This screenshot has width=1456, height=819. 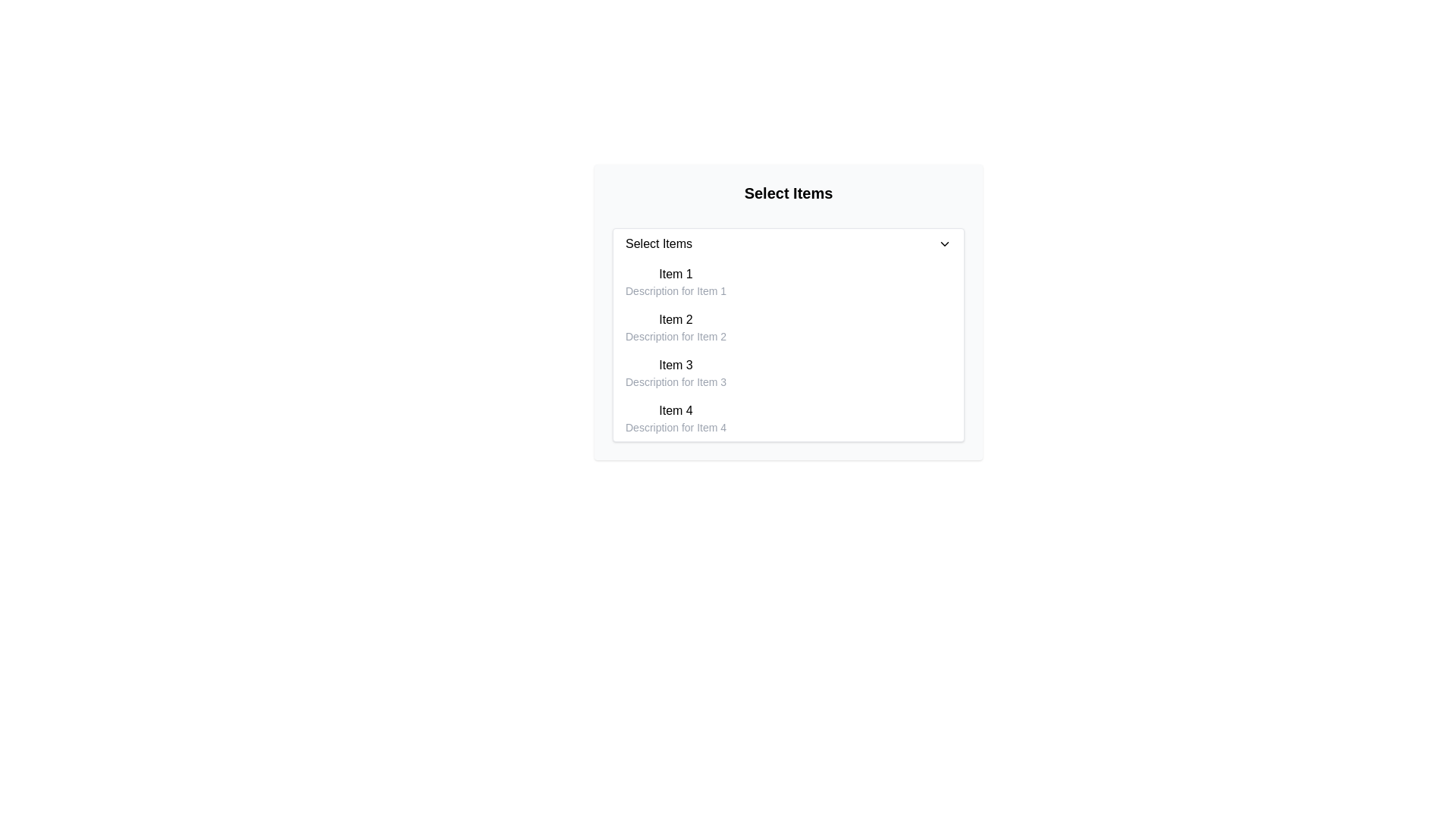 I want to click on the selectable option 'Item 4' in the list, so click(x=789, y=418).